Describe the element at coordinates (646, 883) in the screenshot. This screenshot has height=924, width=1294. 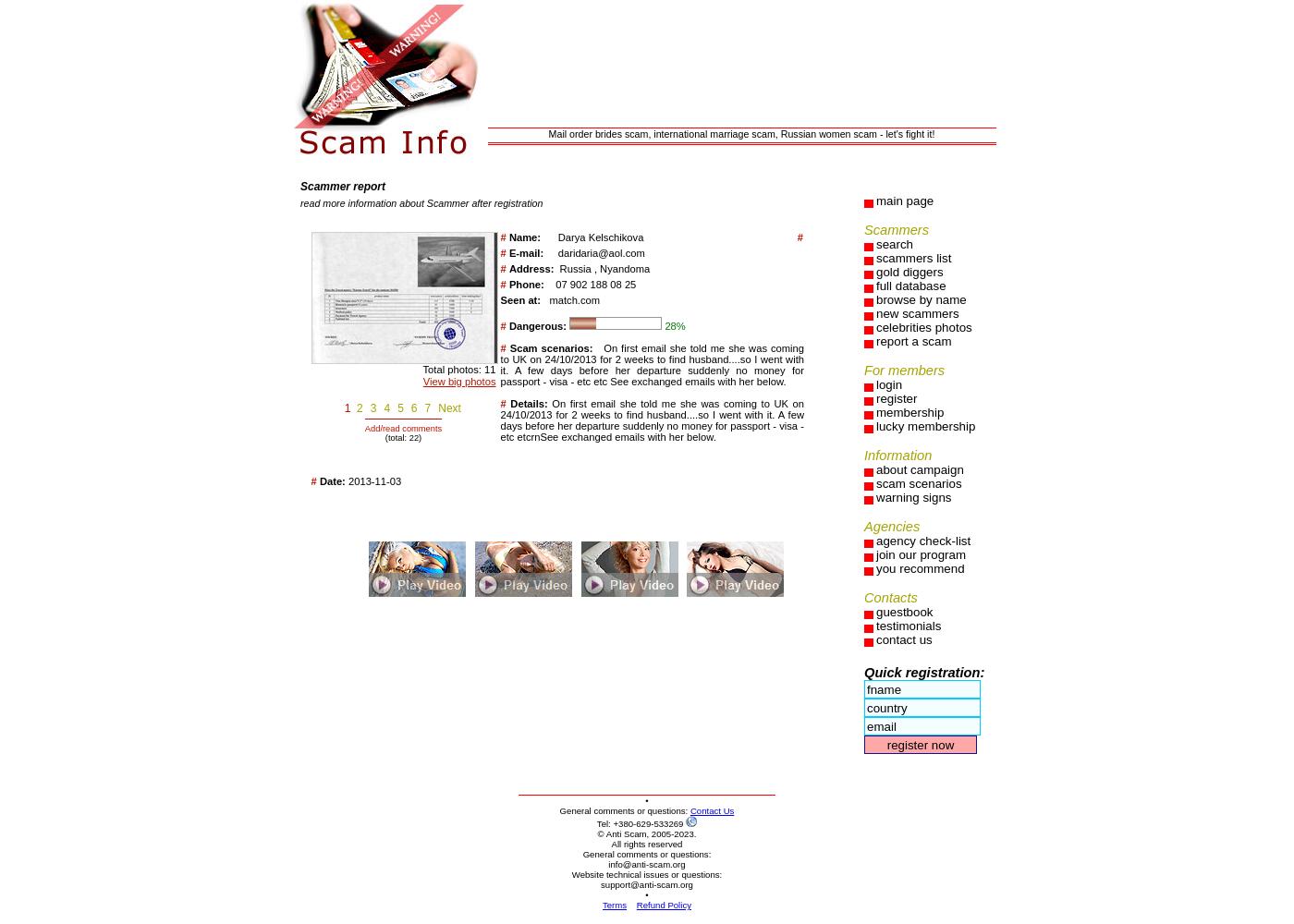
I see `'support@anti-scam.org'` at that location.